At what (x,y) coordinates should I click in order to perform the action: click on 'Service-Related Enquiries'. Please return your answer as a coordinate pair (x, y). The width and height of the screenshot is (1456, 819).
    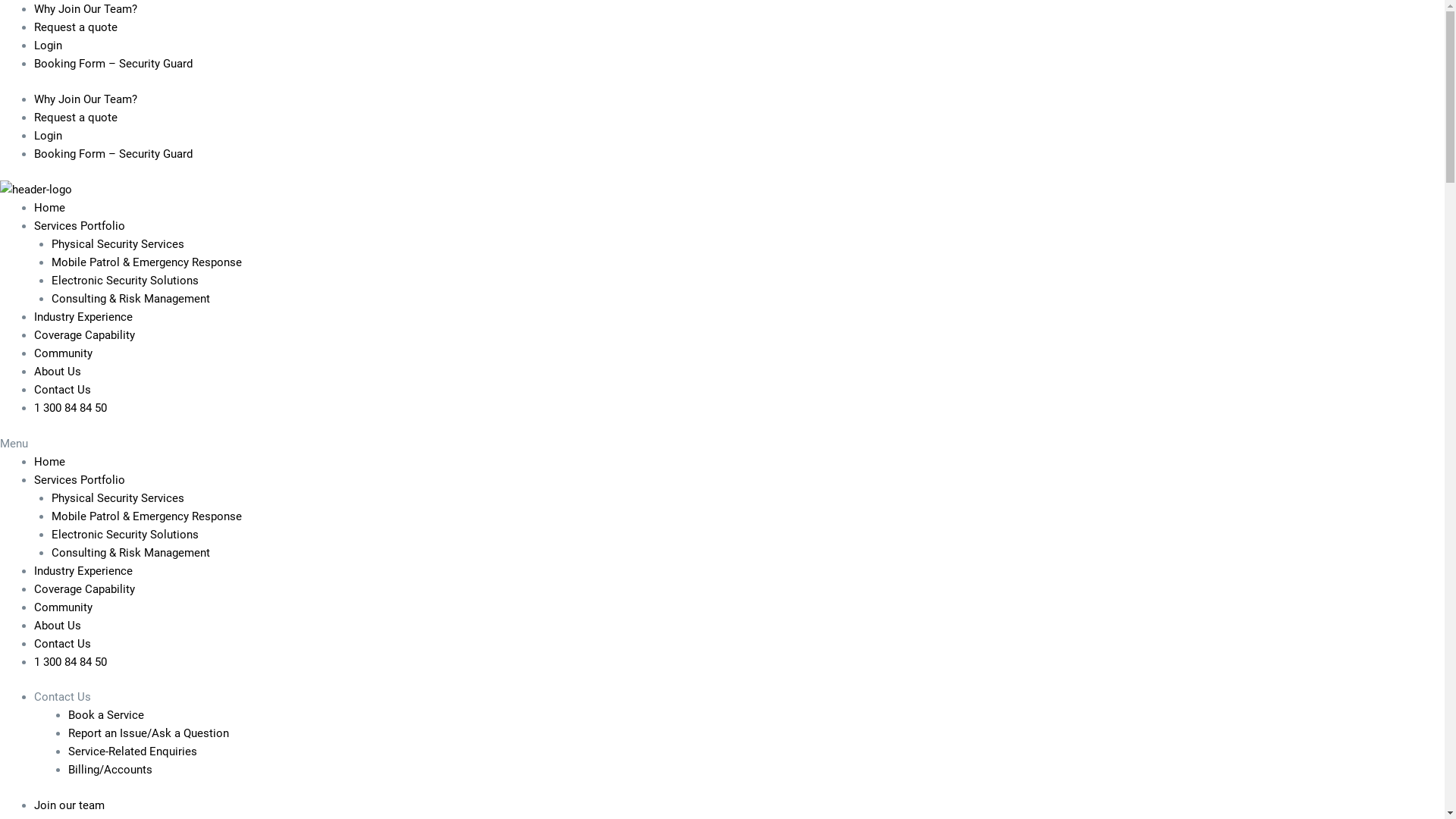
    Looking at the image, I should click on (132, 752).